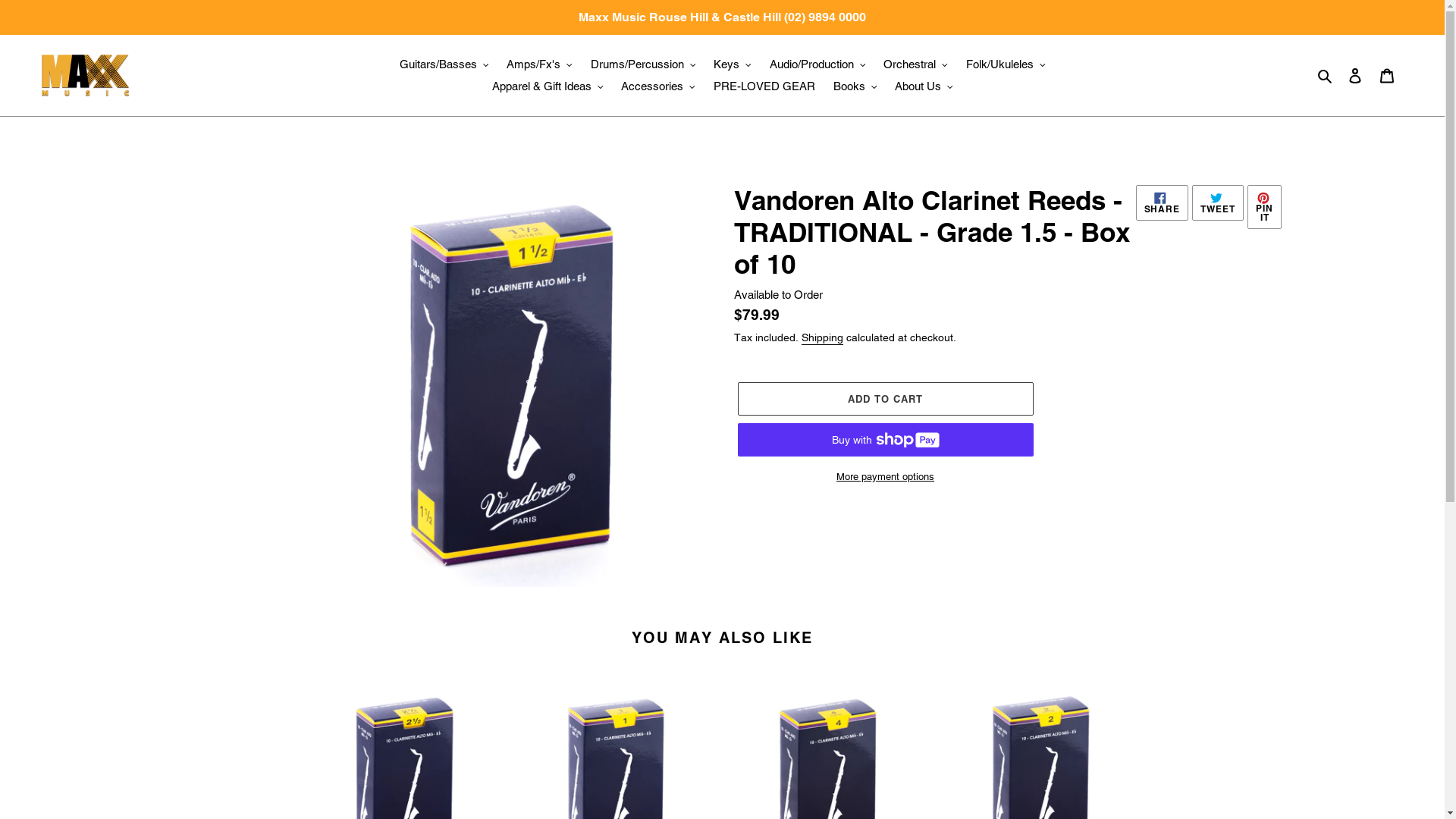 This screenshot has height=819, width=1456. What do you see at coordinates (1006, 64) in the screenshot?
I see `'Folk/Ukuleles'` at bounding box center [1006, 64].